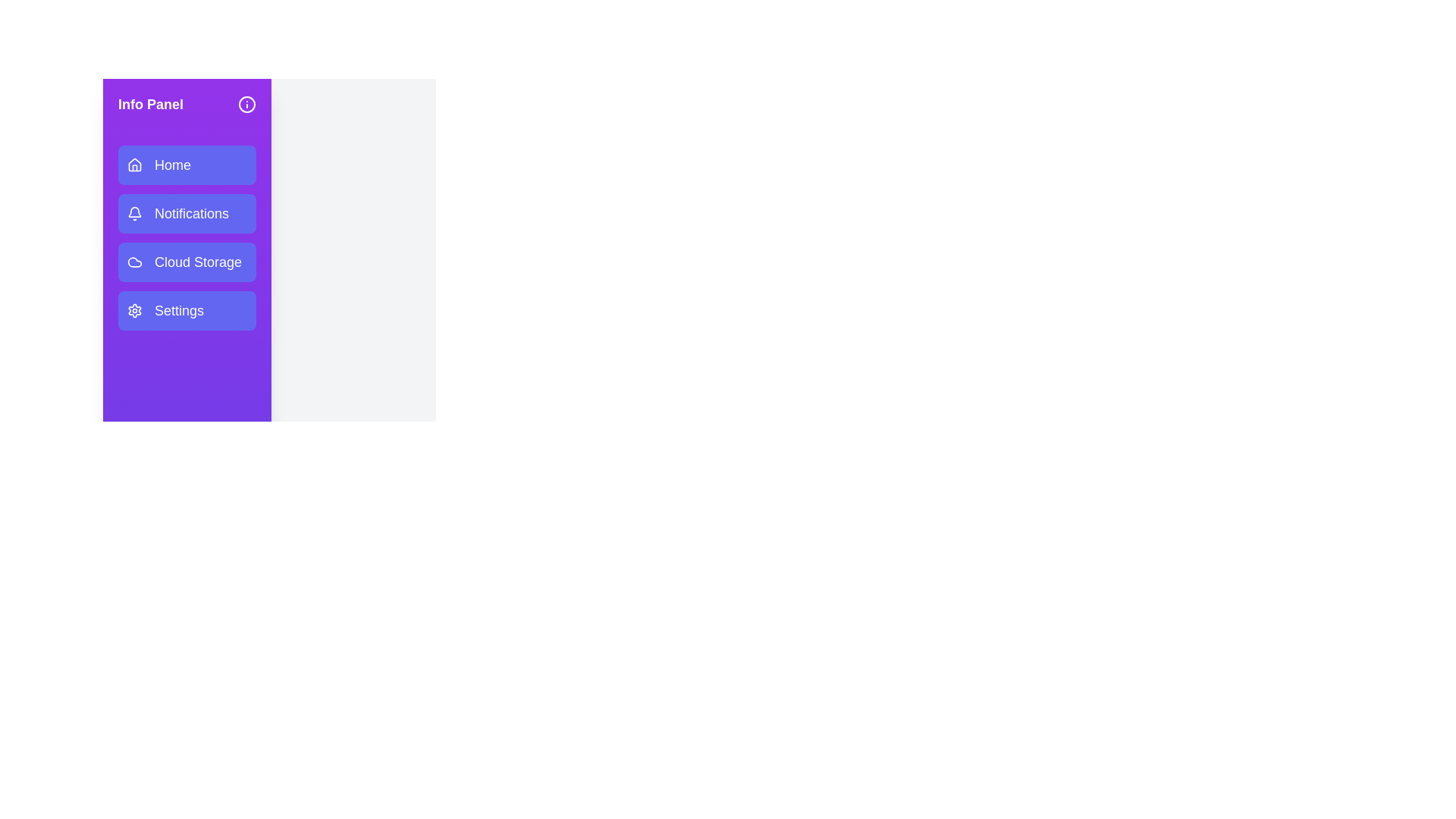  Describe the element at coordinates (186, 309) in the screenshot. I see `the 'Settings' menu item` at that location.